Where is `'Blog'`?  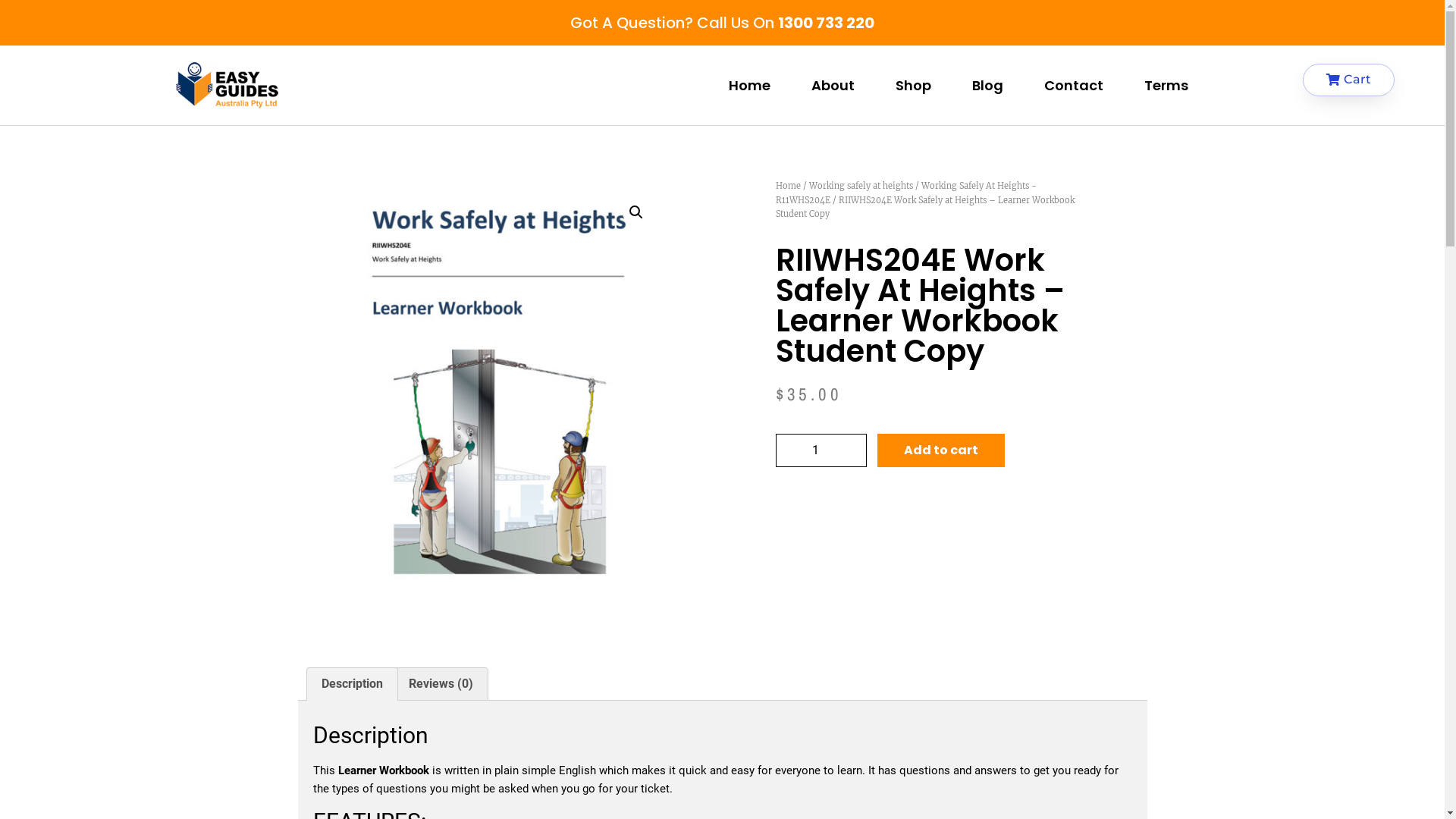 'Blog' is located at coordinates (987, 85).